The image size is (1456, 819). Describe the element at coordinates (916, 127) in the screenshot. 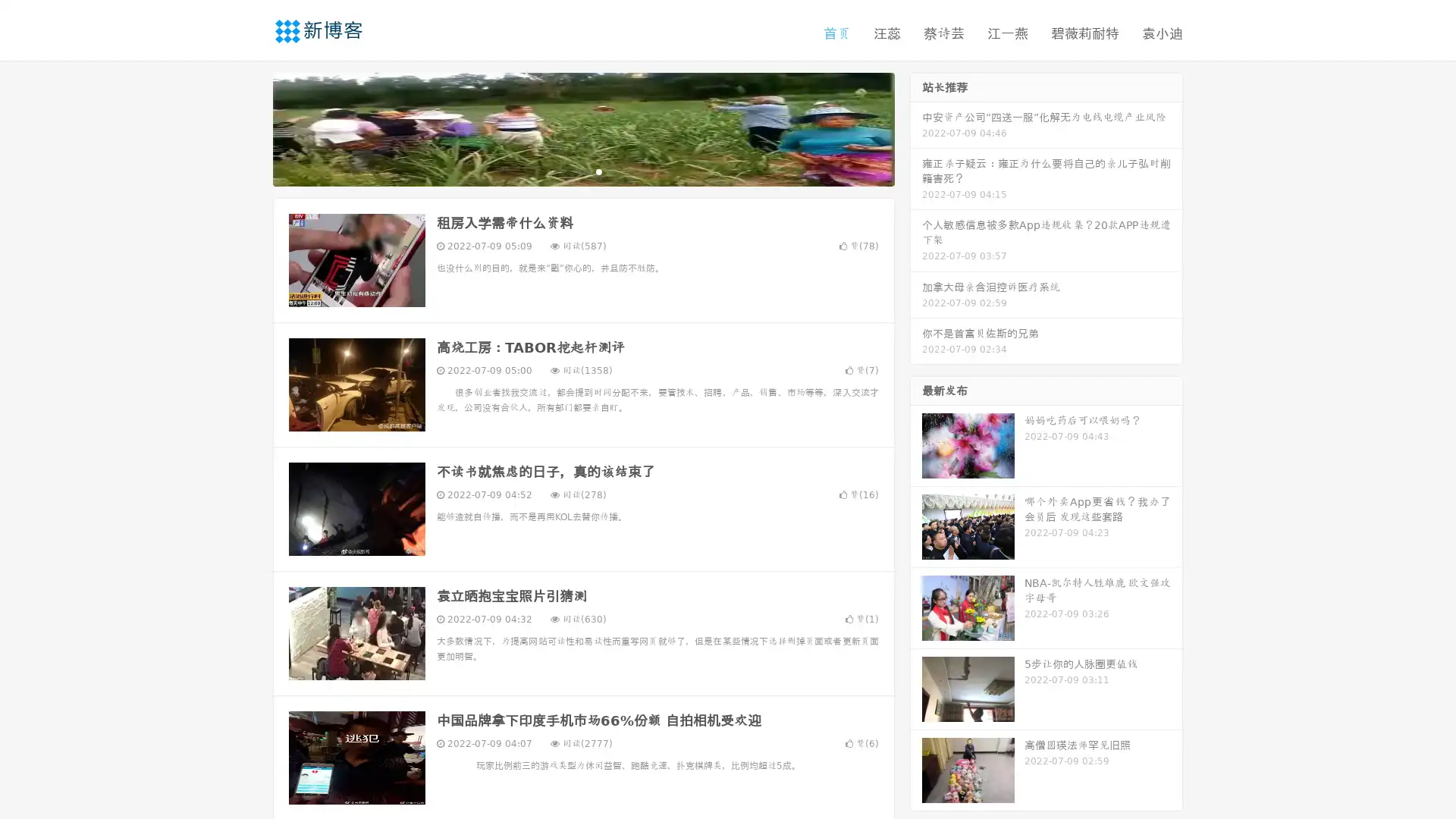

I see `Next slide` at that location.